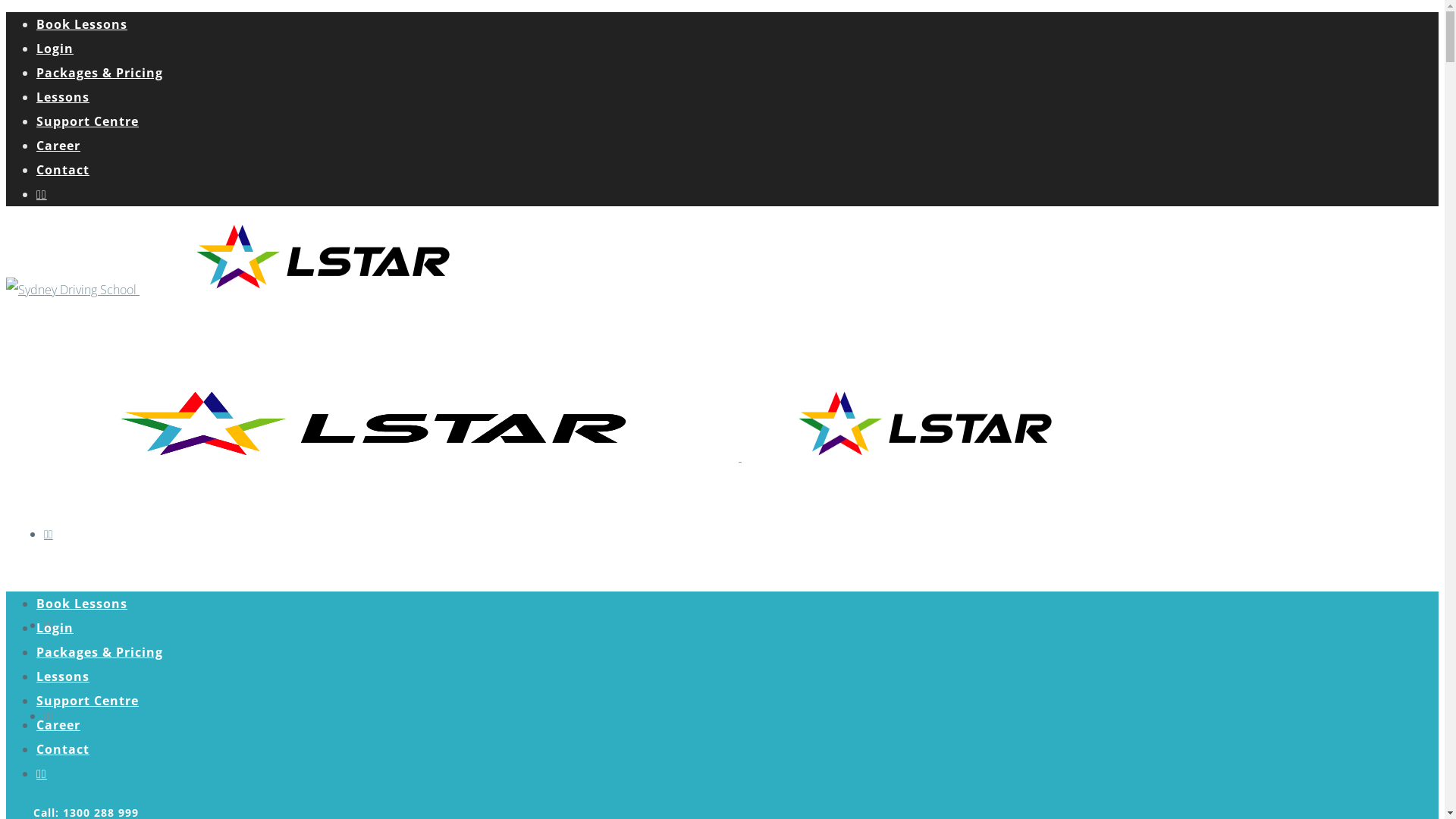 The width and height of the screenshot is (1456, 819). I want to click on 'Login', so click(55, 48).